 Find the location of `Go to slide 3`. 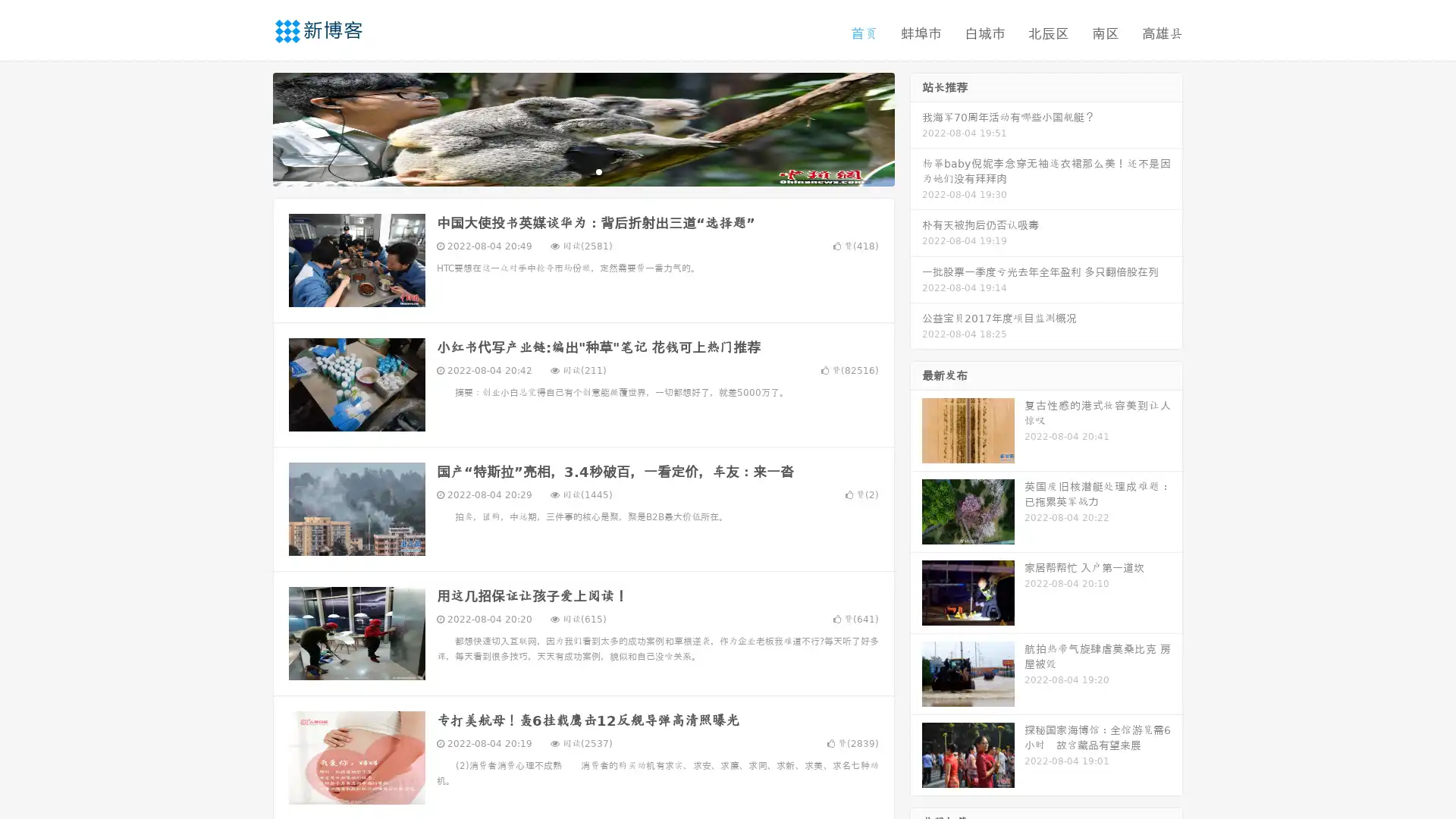

Go to slide 3 is located at coordinates (598, 171).